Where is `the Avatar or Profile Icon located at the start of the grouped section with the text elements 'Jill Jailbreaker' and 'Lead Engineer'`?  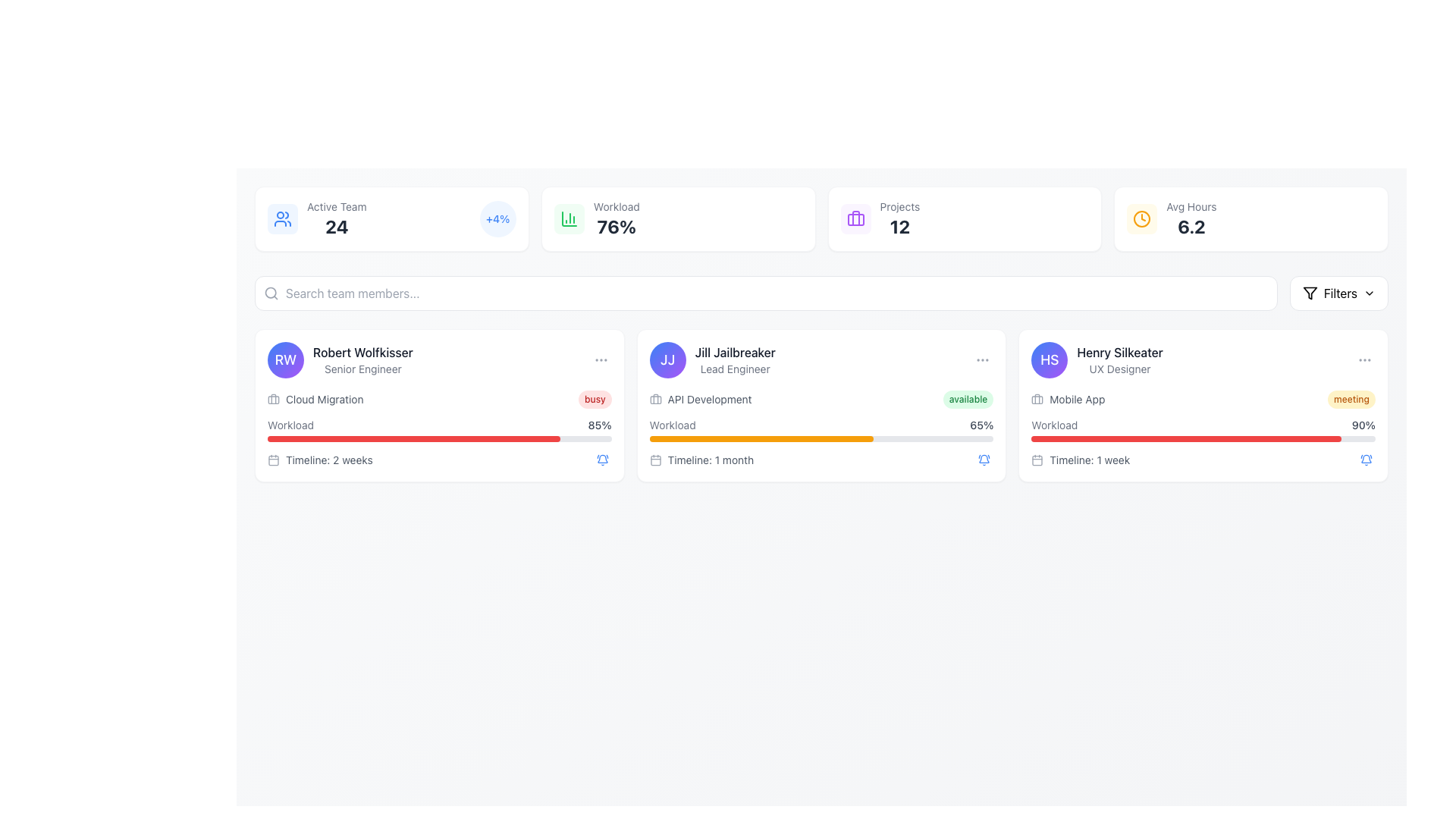
the Avatar or Profile Icon located at the start of the grouped section with the text elements 'Jill Jailbreaker' and 'Lead Engineer' is located at coordinates (667, 359).